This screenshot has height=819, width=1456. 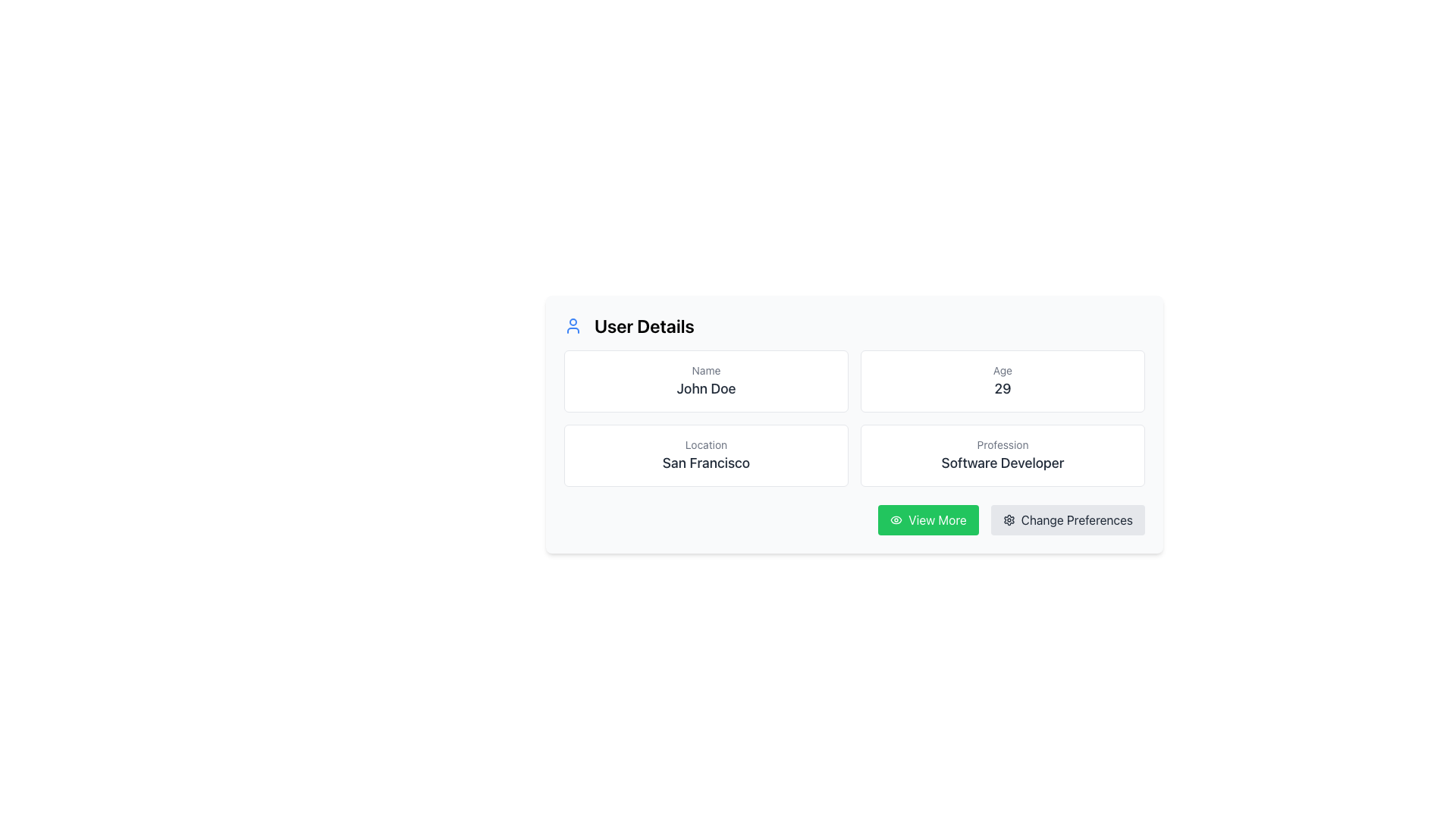 I want to click on the label displaying the text 'Profession', which is styled in gray and positioned above the profession details section, so click(x=1003, y=444).